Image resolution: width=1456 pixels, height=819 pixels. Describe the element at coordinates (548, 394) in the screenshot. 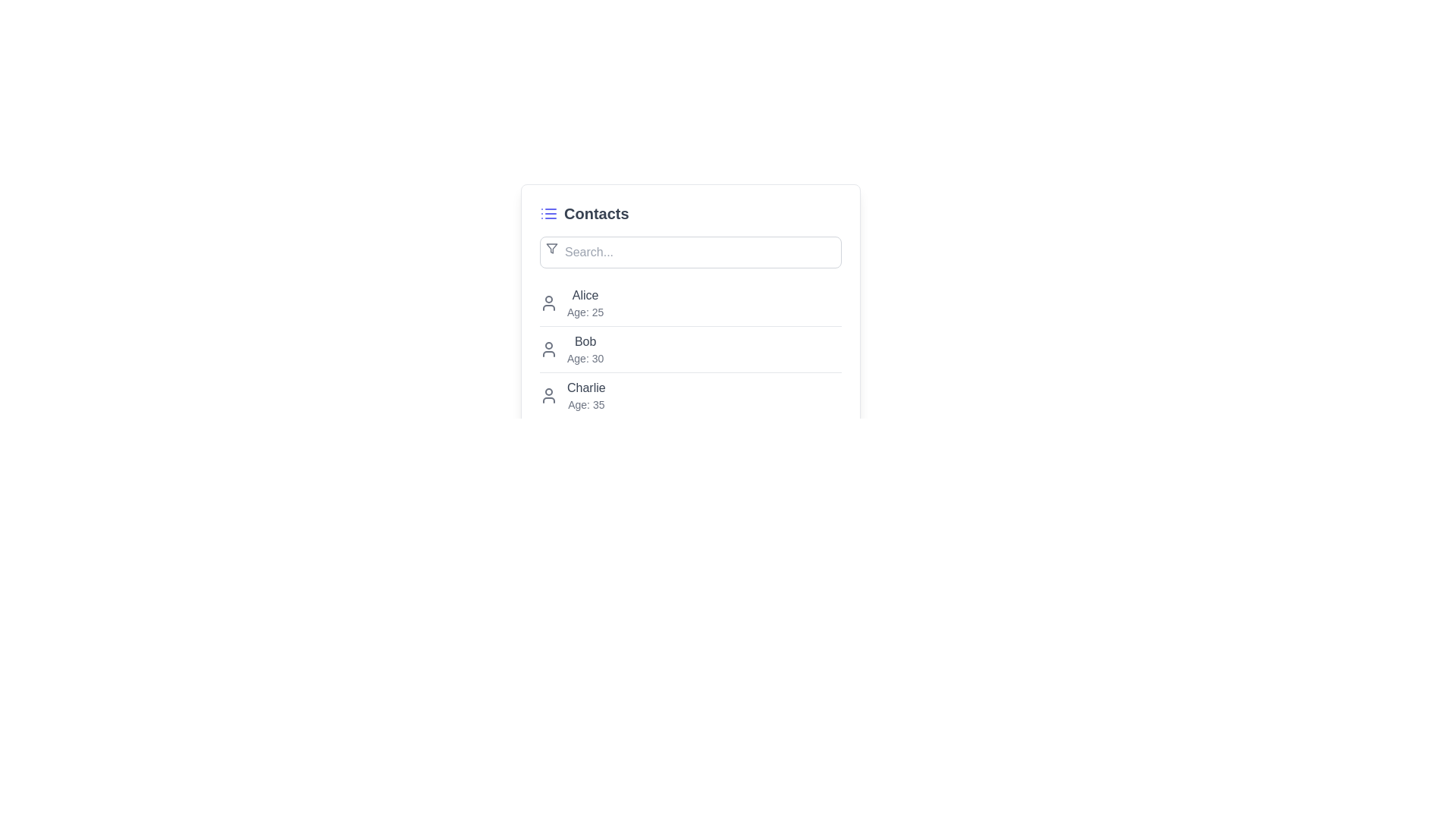

I see `the user profile icon located to the immediate left of the text displaying the name 'Charlie' and 'Age: 35' in the third row of the contact list` at that location.